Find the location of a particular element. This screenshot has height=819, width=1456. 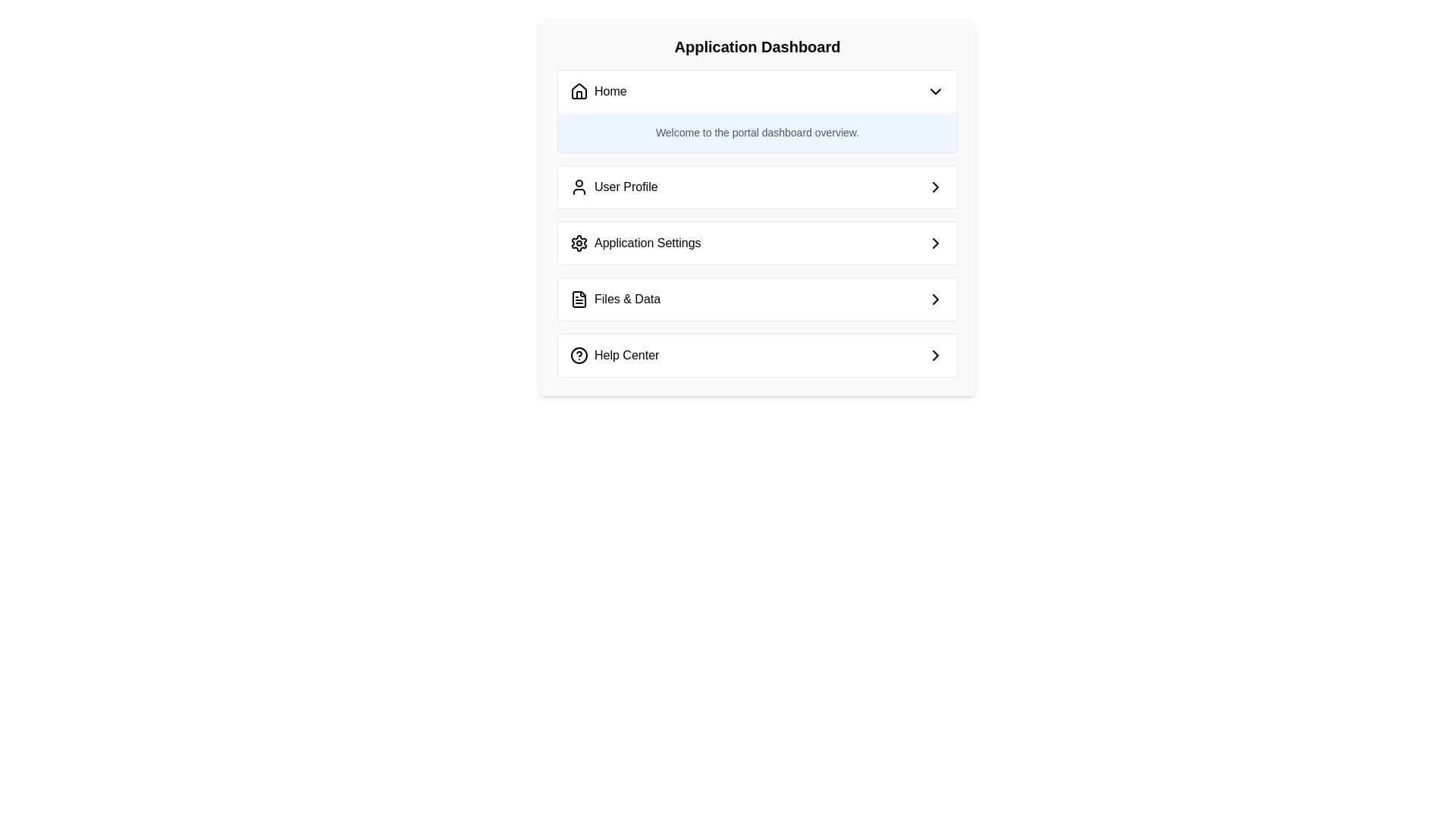

the circular icon with a question mark is located at coordinates (578, 356).